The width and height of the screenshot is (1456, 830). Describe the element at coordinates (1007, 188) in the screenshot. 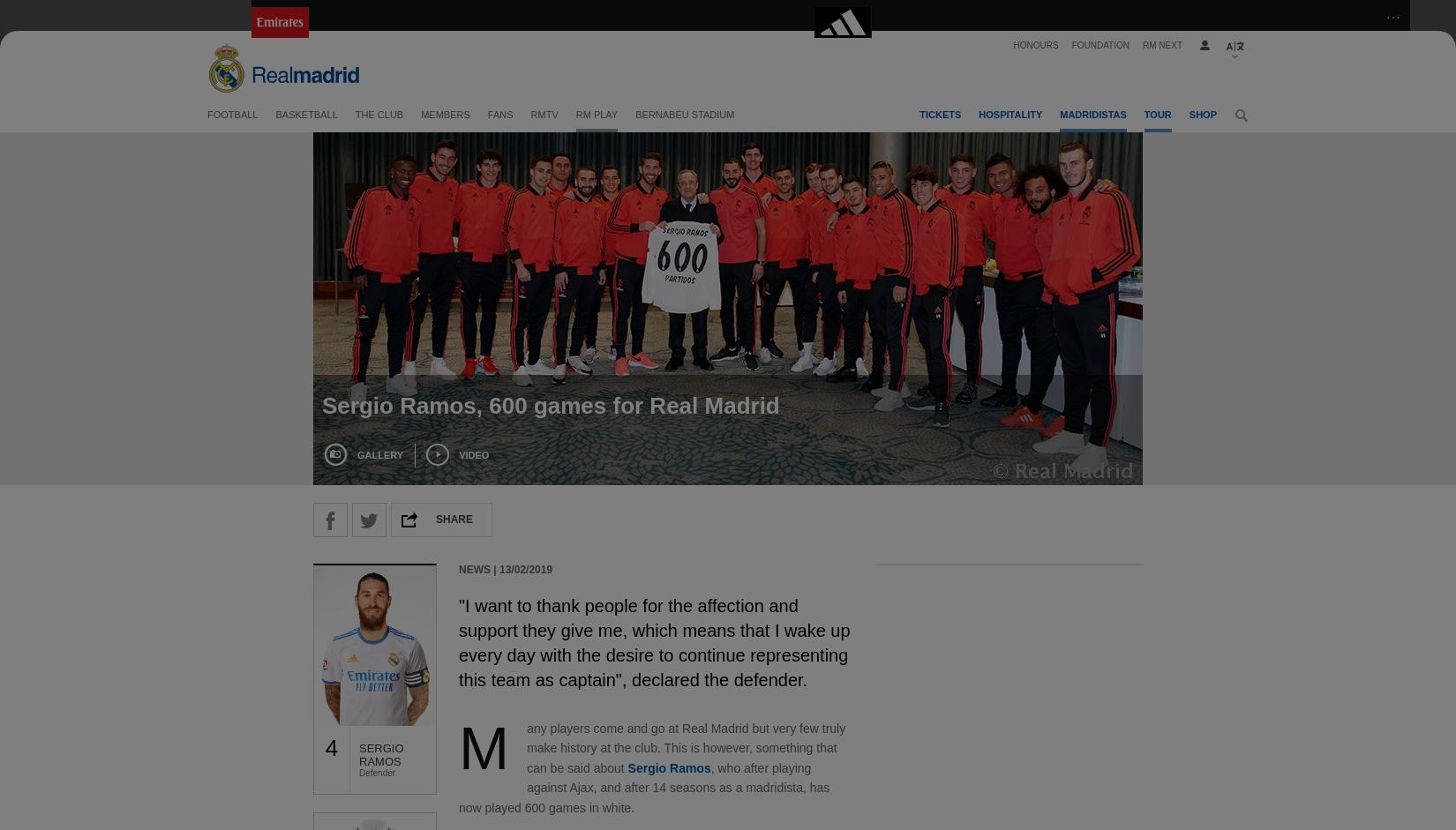

I see `'Official Kits 23/24'` at that location.